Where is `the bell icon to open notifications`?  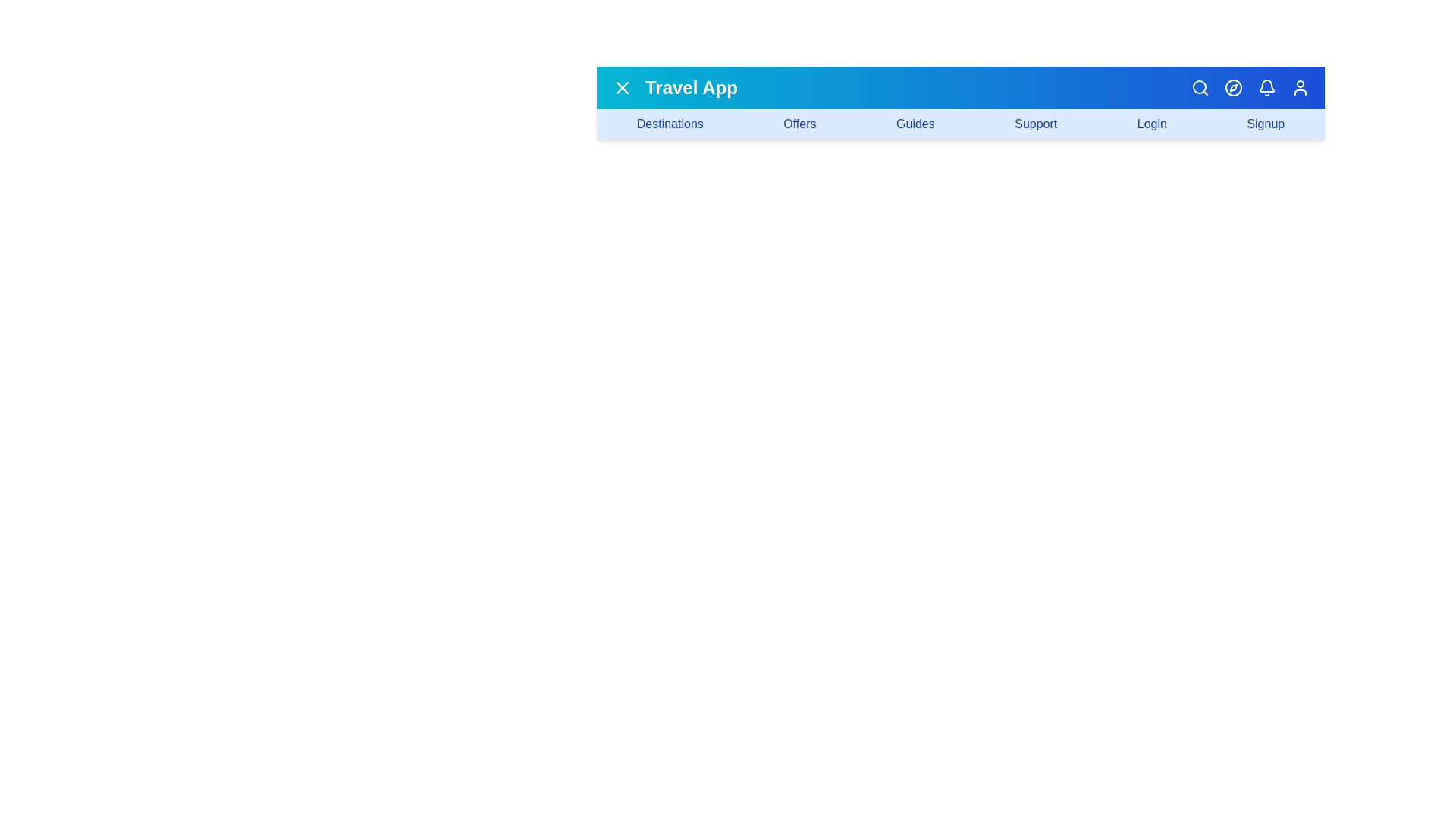
the bell icon to open notifications is located at coordinates (1266, 87).